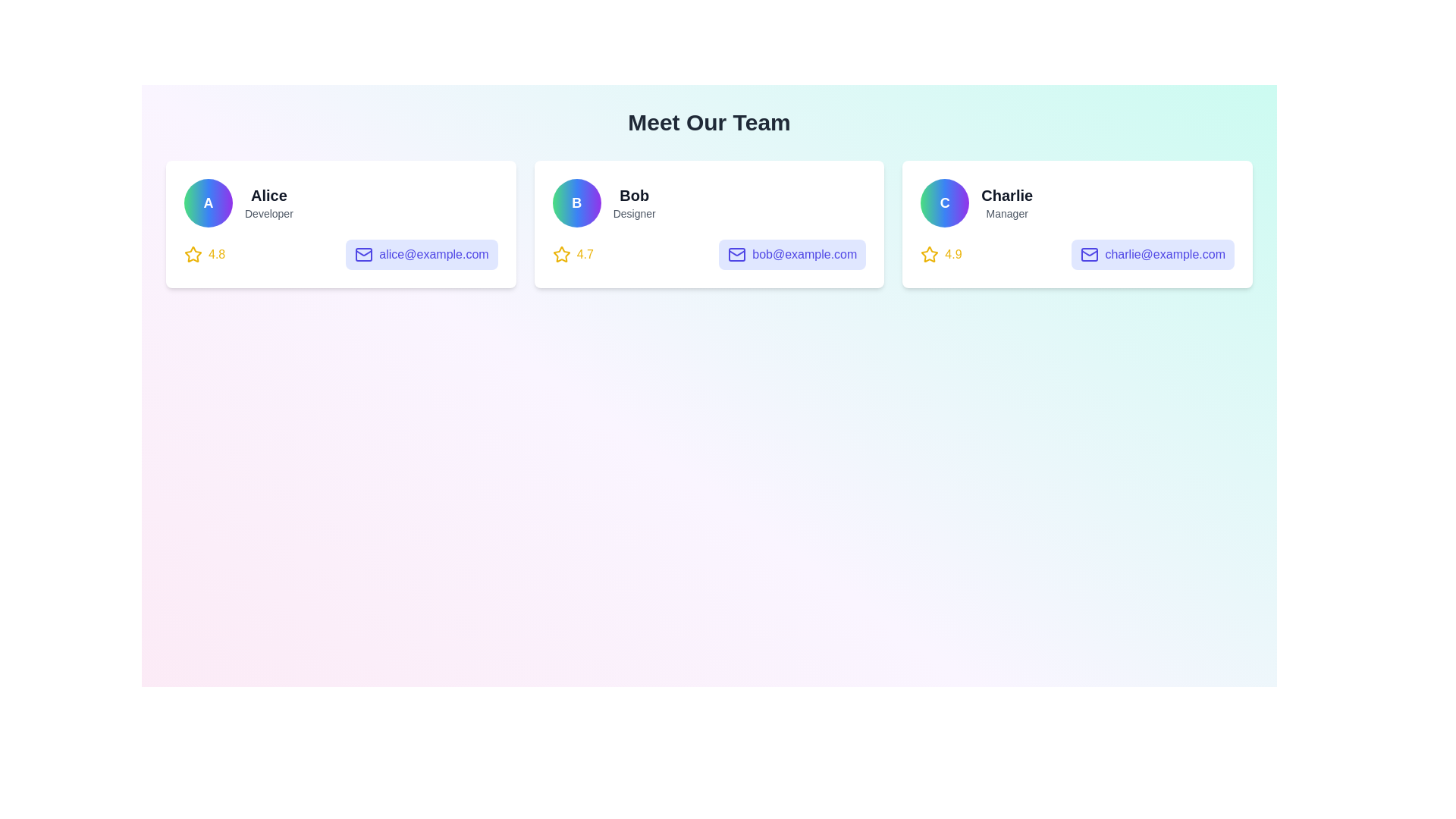 The width and height of the screenshot is (1456, 819). Describe the element at coordinates (364, 253) in the screenshot. I see `the envelope icon representing email, located in the second card of the 'Meet Our Team' section, adjacent to the email address 'bob@example.com'` at that location.